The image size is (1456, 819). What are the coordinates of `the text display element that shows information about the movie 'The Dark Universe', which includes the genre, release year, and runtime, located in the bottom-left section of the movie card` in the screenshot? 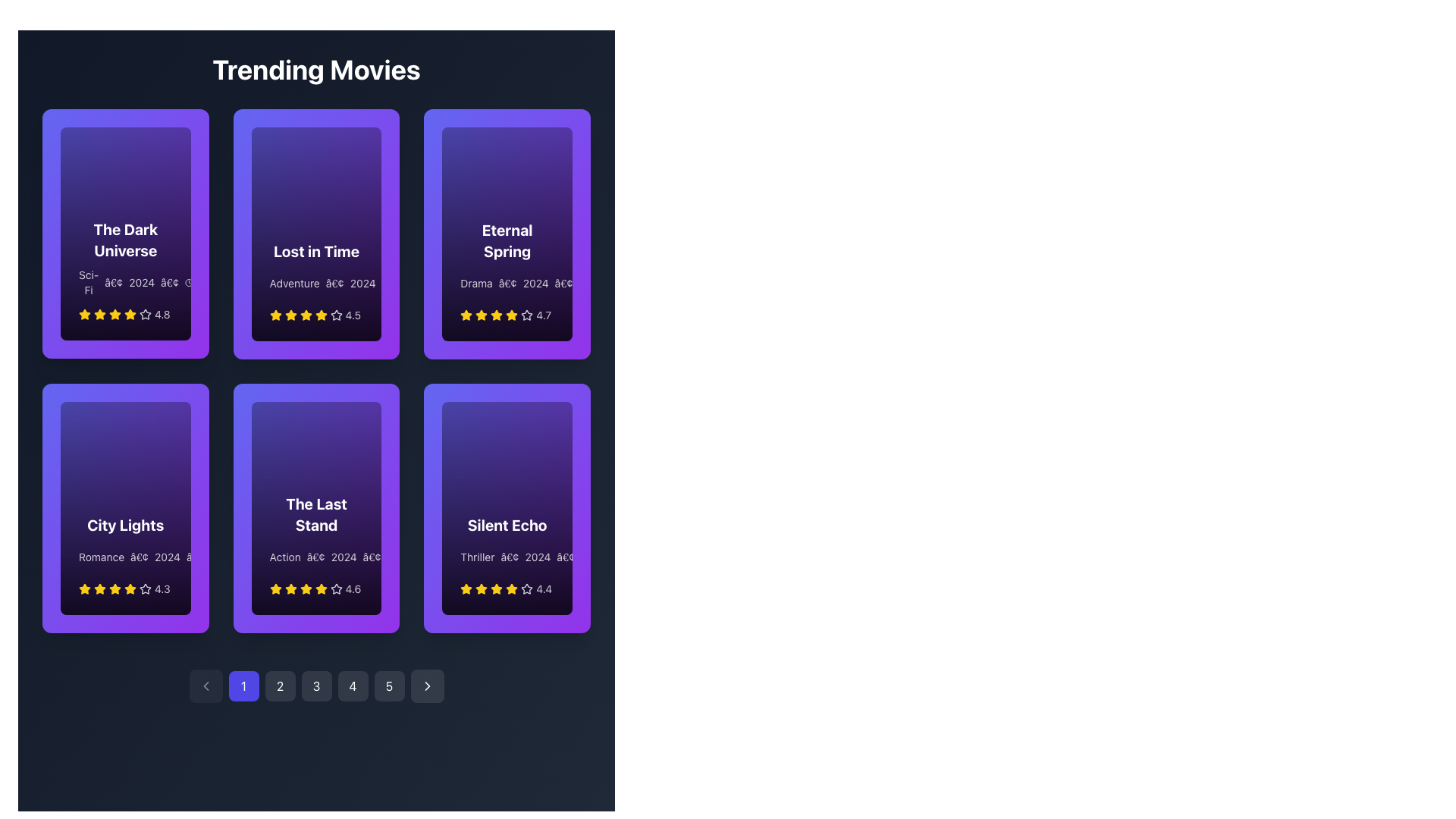 It's located at (125, 283).